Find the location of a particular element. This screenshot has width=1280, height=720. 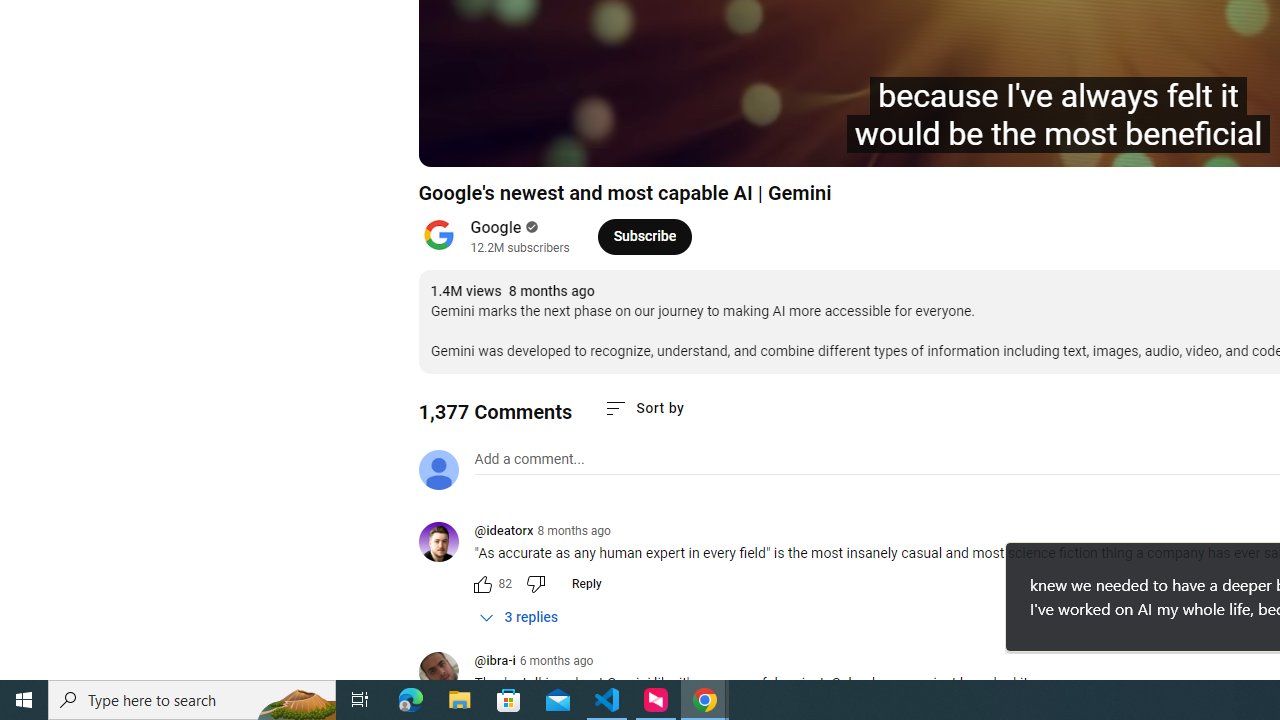

'Default profile photo' is located at coordinates (438, 470).